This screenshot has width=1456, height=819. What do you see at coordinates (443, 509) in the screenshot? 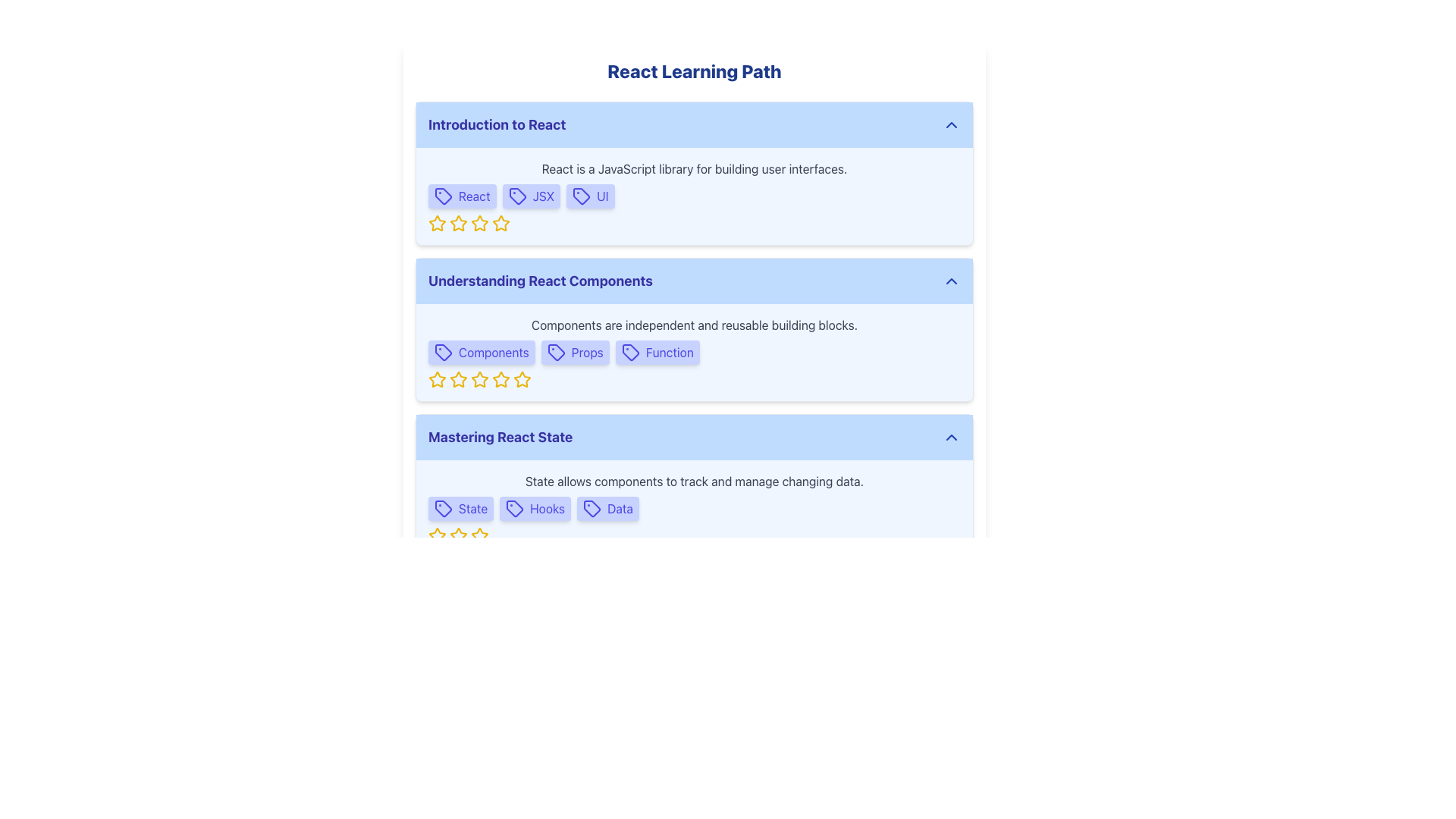
I see `the icon located at the leftmost section of the group that represents the 'State' label, positioned above the text` at bounding box center [443, 509].